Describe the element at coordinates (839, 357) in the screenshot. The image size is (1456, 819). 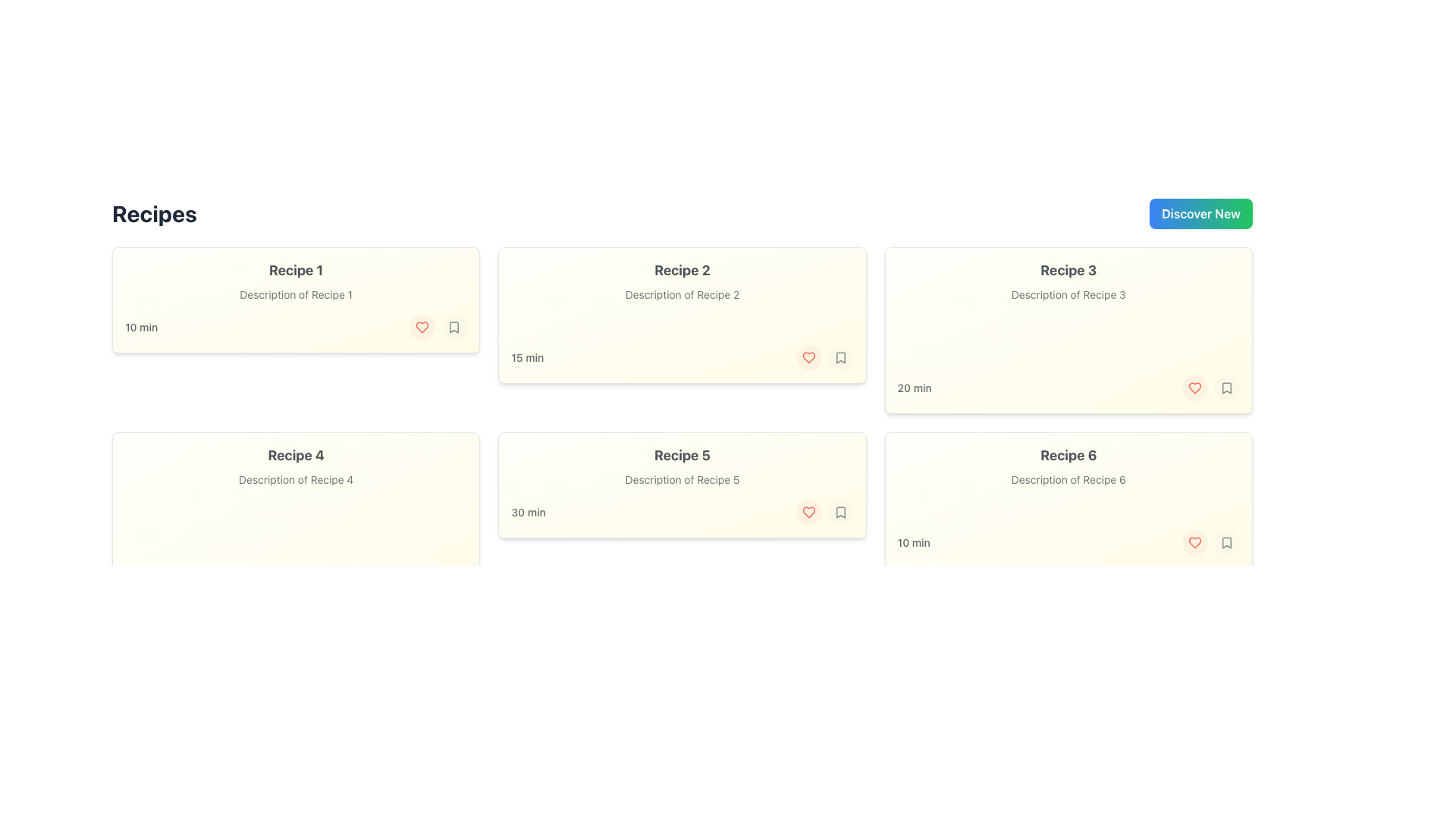
I see `the button for bookmarking the Recipe 2 card, which is the second button in the horizontal arrangement of buttons below the Recipe 2 card` at that location.